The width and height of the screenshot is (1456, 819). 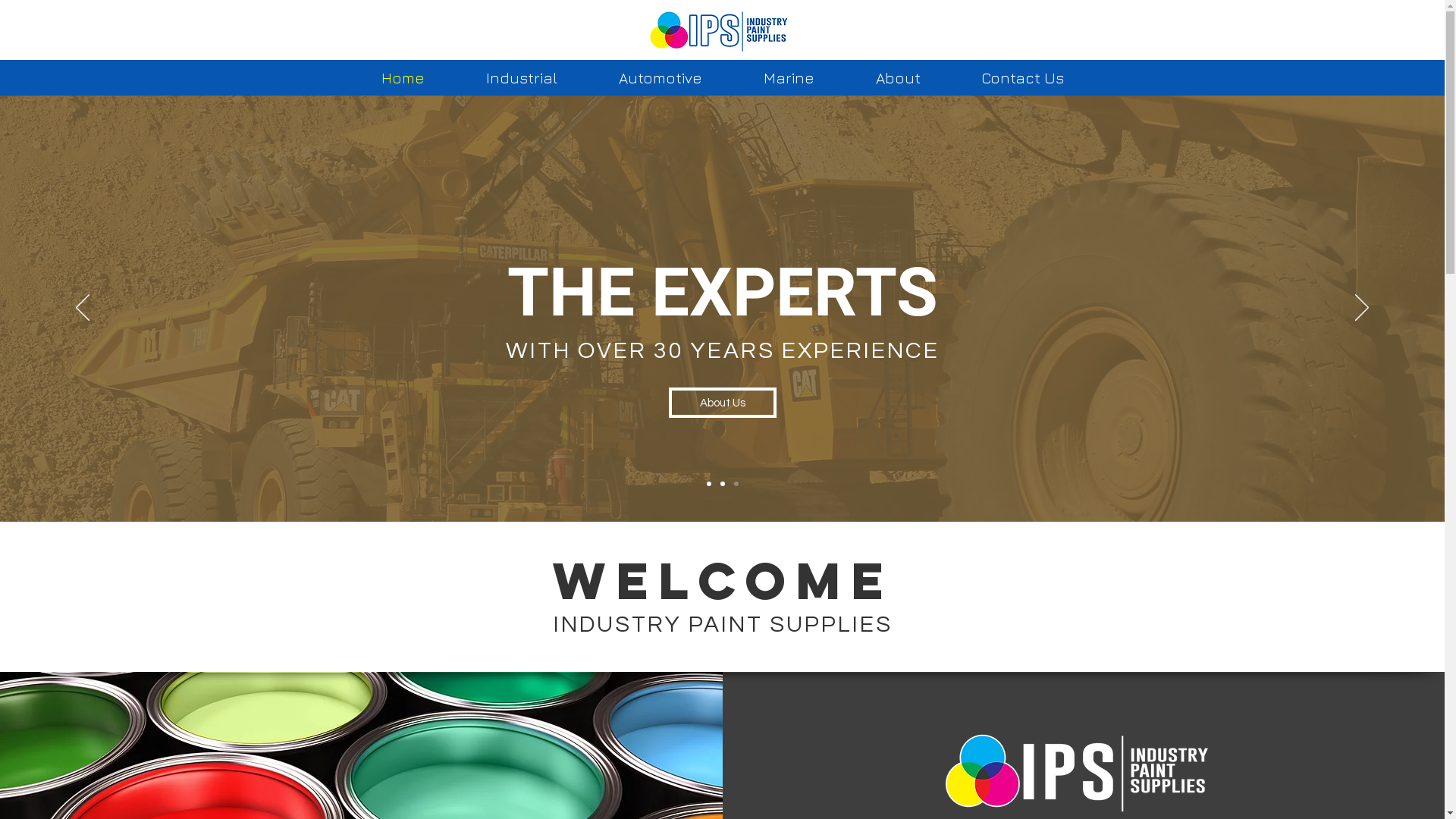 I want to click on 'About', so click(x=897, y=77).